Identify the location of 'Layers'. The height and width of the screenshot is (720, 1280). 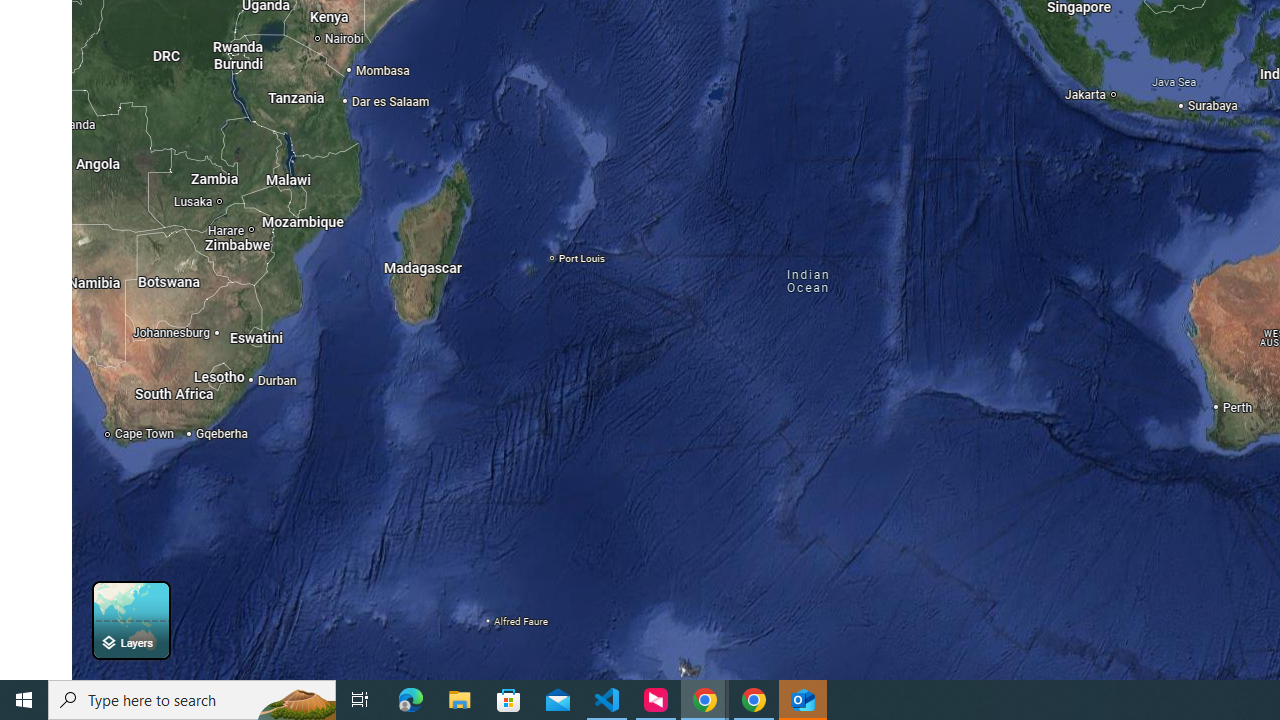
(130, 619).